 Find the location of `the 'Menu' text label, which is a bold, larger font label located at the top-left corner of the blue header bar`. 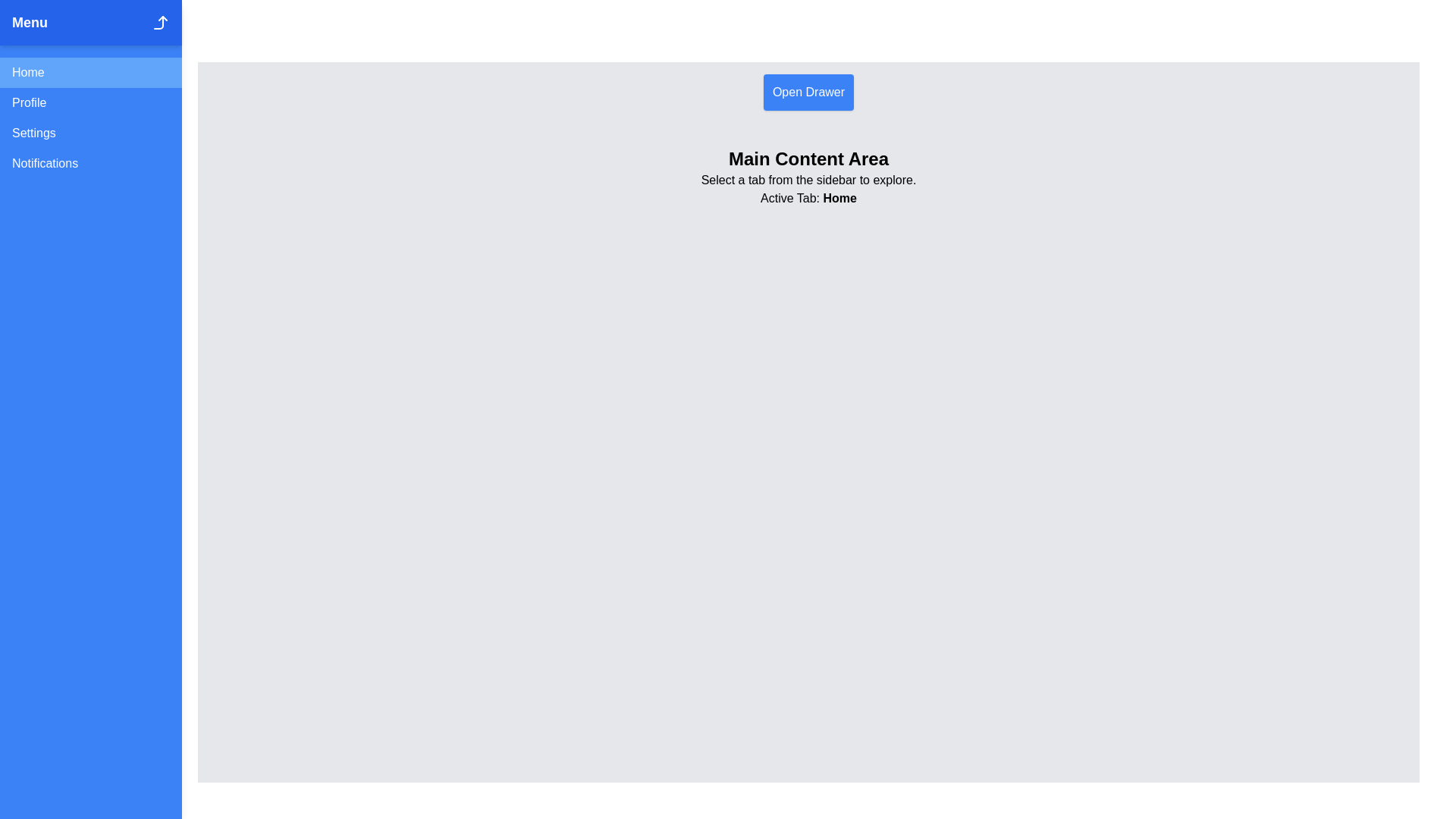

the 'Menu' text label, which is a bold, larger font label located at the top-left corner of the blue header bar is located at coordinates (30, 23).